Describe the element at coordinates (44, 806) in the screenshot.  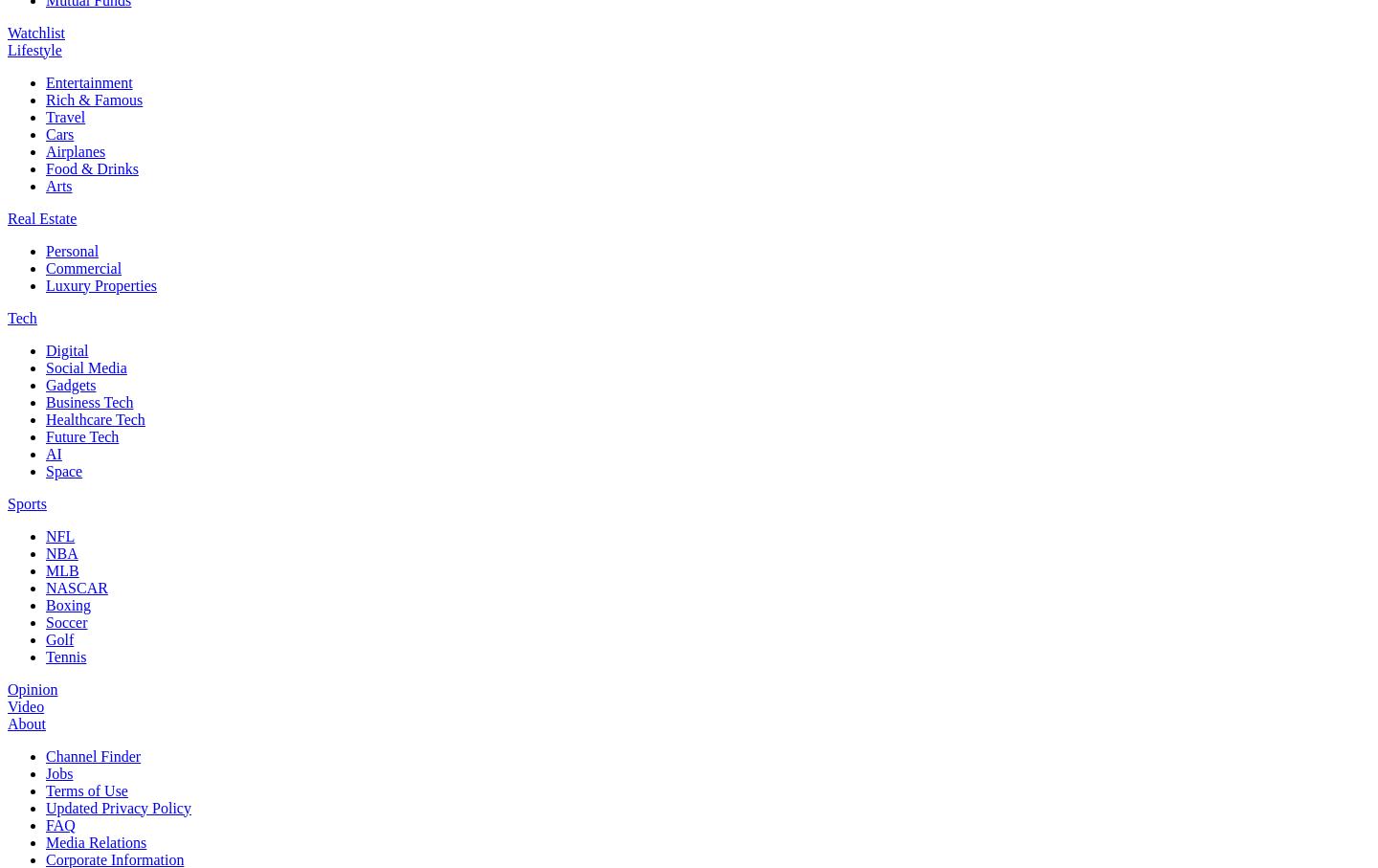
I see `'Updated Privacy Policy'` at that location.